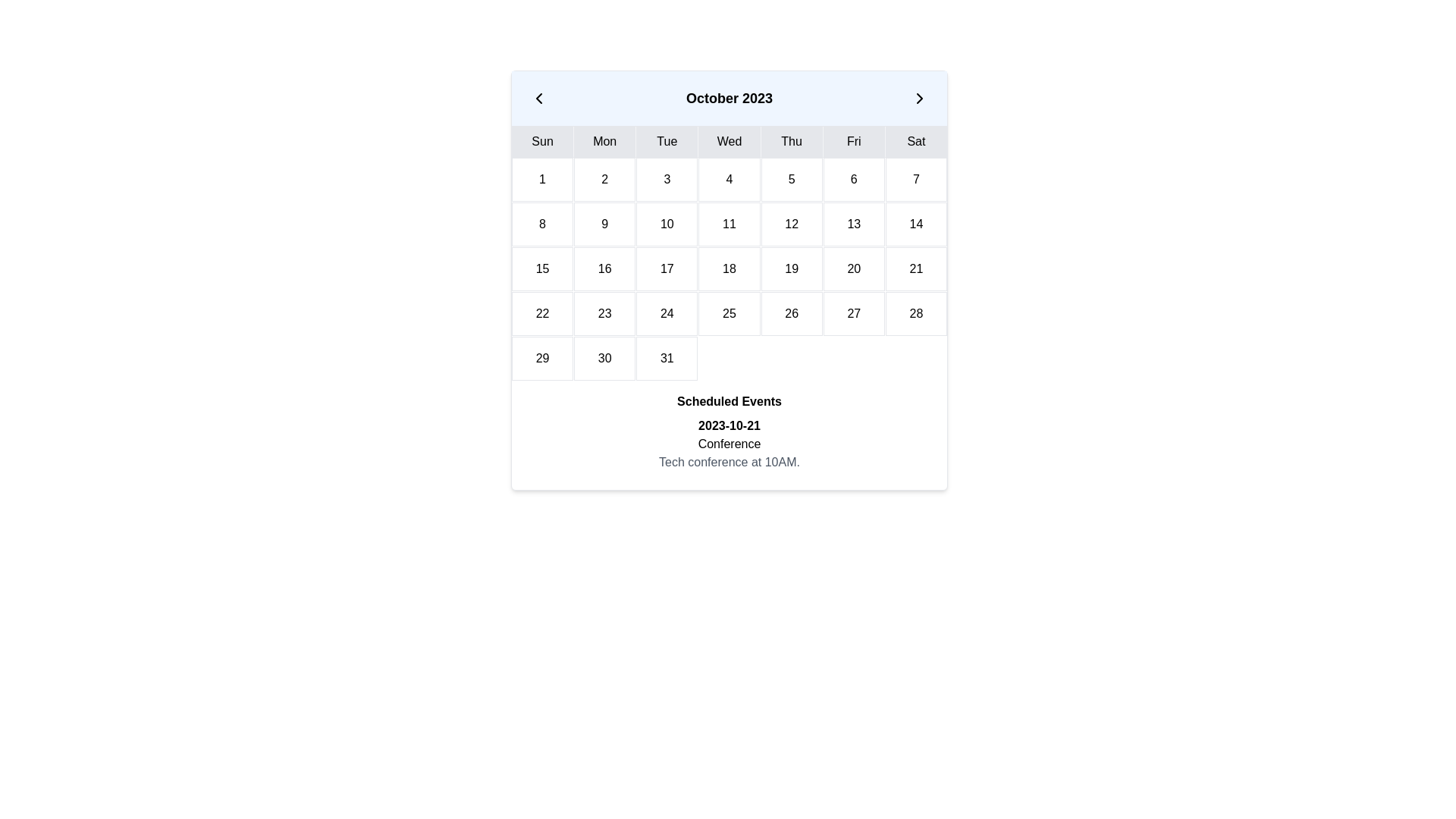  Describe the element at coordinates (854, 268) in the screenshot. I see `the box containing the number '20' in bold text, located in the fifth column of the third row of the calendar grid layout` at that location.